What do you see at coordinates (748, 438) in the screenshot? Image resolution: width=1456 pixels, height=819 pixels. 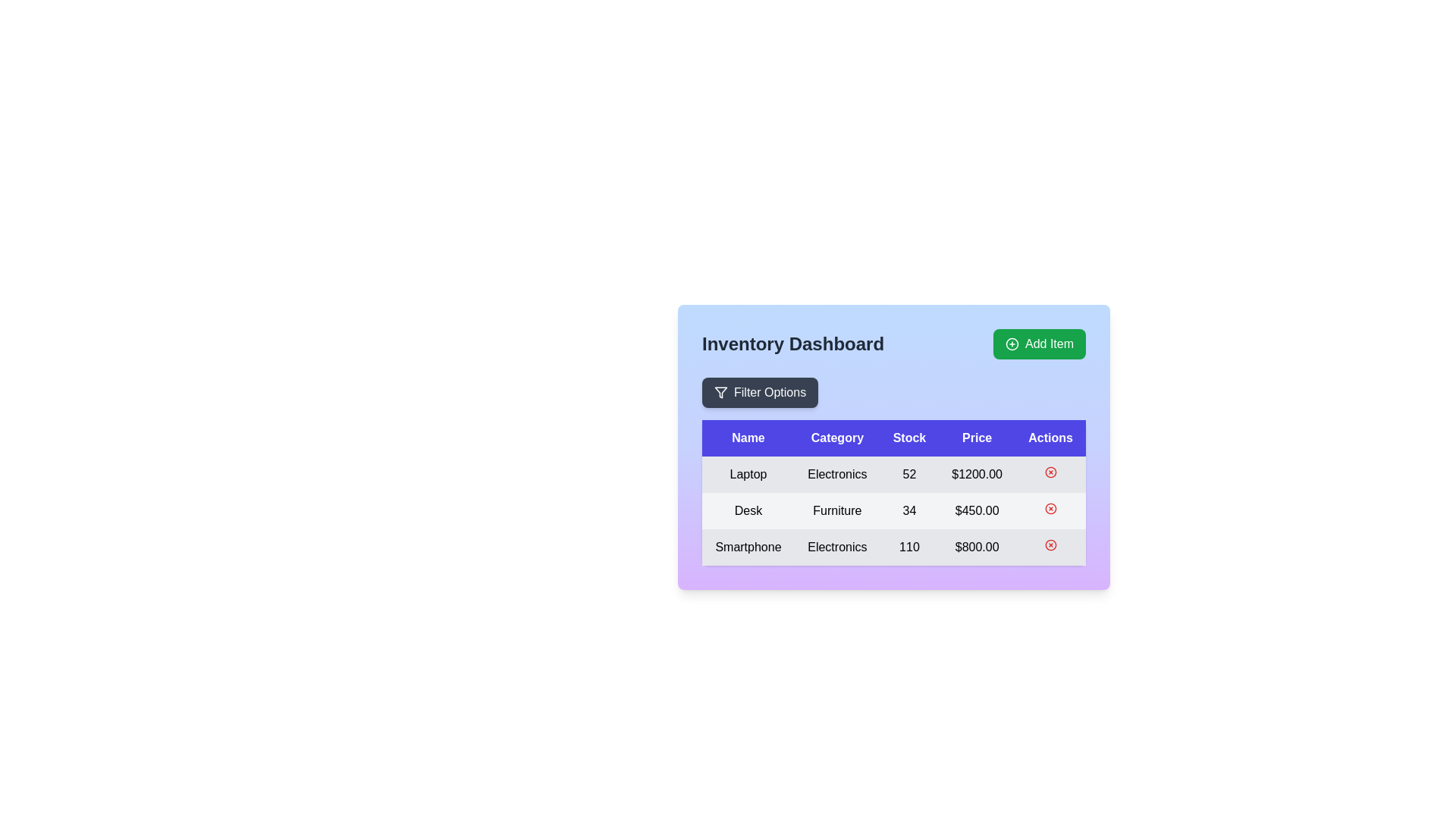 I see `column header label that indicates the names of inventory items in the table, positioned to the left of the 'Category' header` at bounding box center [748, 438].